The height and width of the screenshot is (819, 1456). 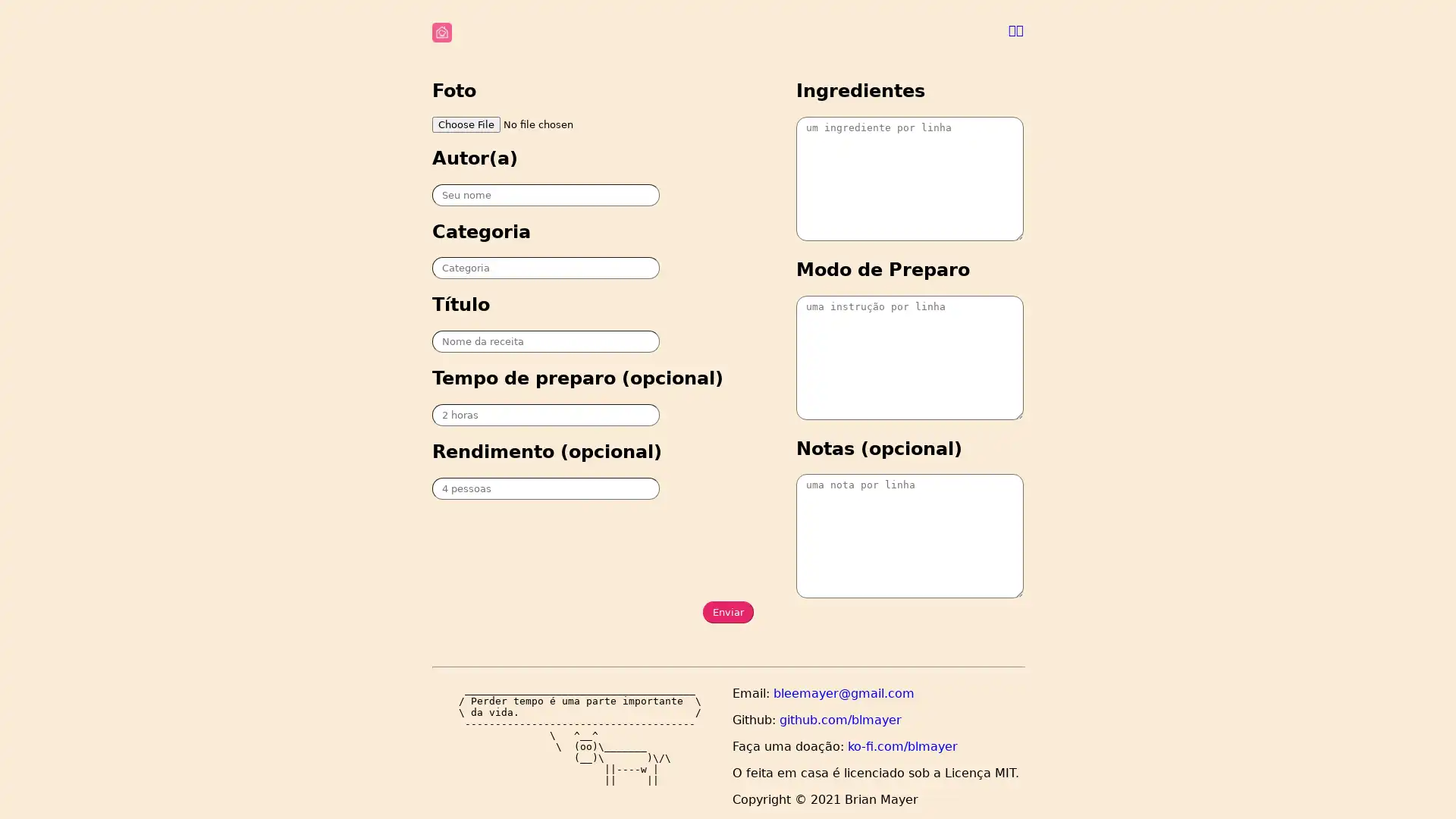 I want to click on Choose File, so click(x=465, y=123).